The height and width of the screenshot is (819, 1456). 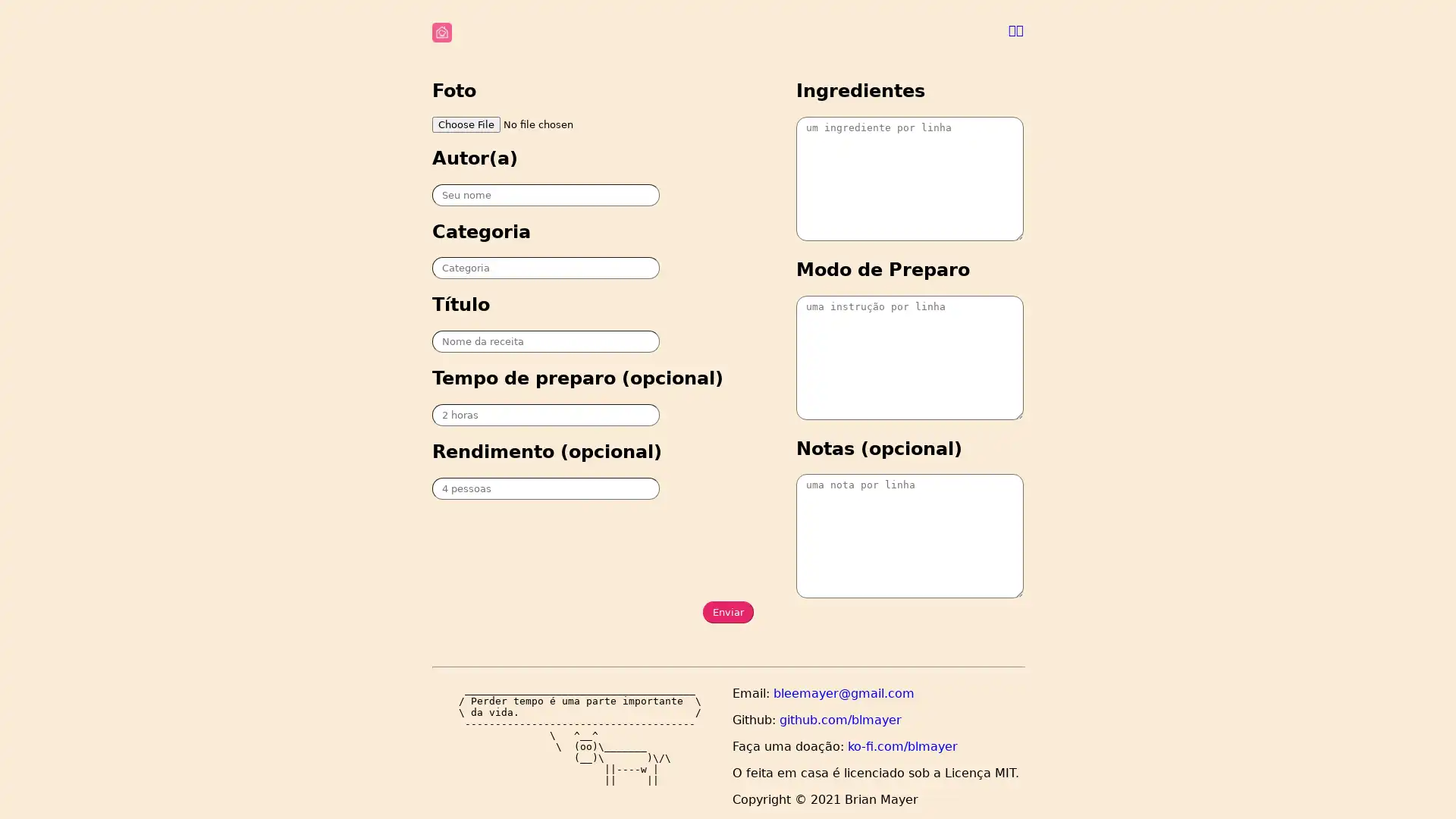 I want to click on Choose File, so click(x=465, y=123).